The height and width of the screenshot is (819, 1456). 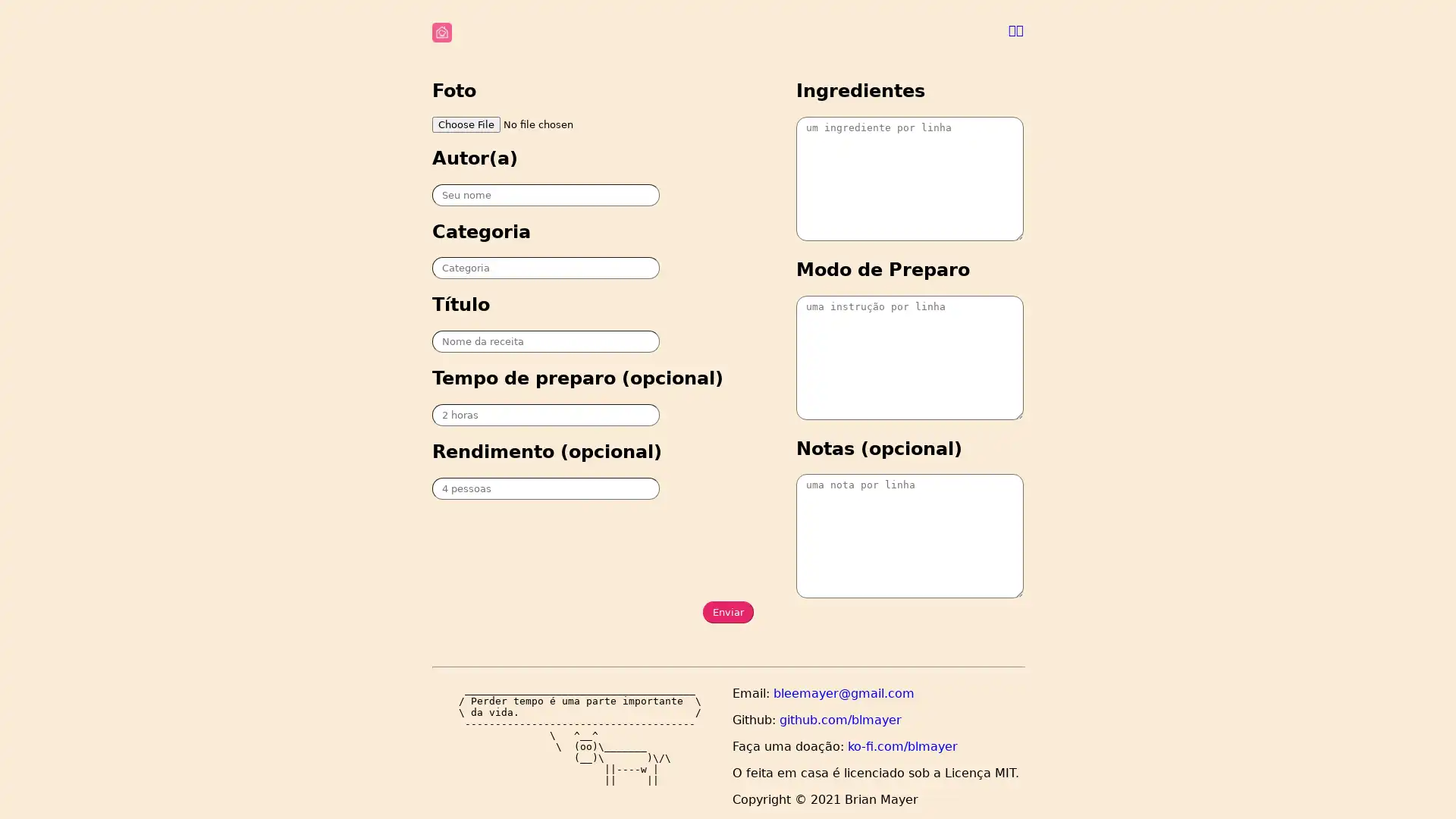 I want to click on Choose File, so click(x=465, y=123).